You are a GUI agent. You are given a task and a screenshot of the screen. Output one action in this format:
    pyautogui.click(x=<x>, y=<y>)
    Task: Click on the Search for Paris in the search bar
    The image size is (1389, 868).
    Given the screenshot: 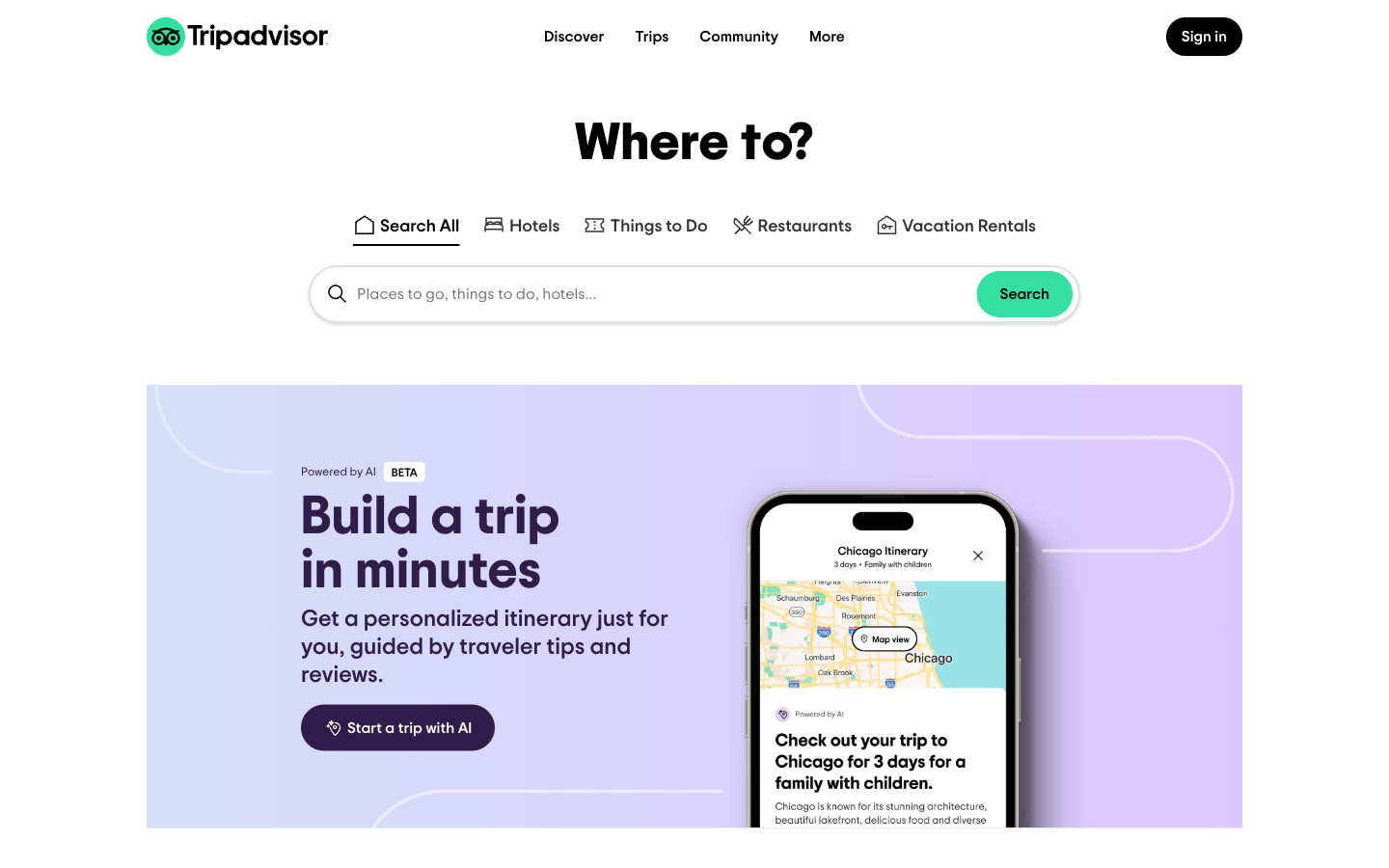 What is the action you would take?
    pyautogui.click(x=520, y=218)
    